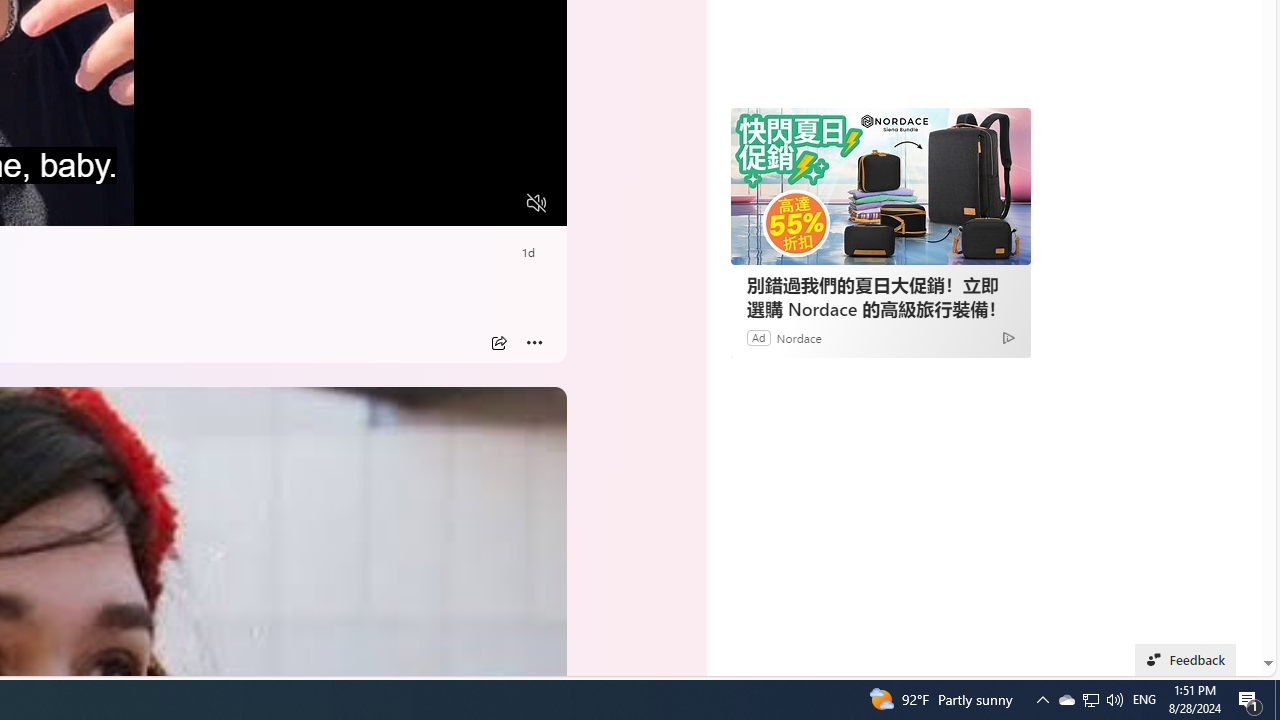 This screenshot has width=1280, height=720. I want to click on 'Nordace', so click(797, 336).